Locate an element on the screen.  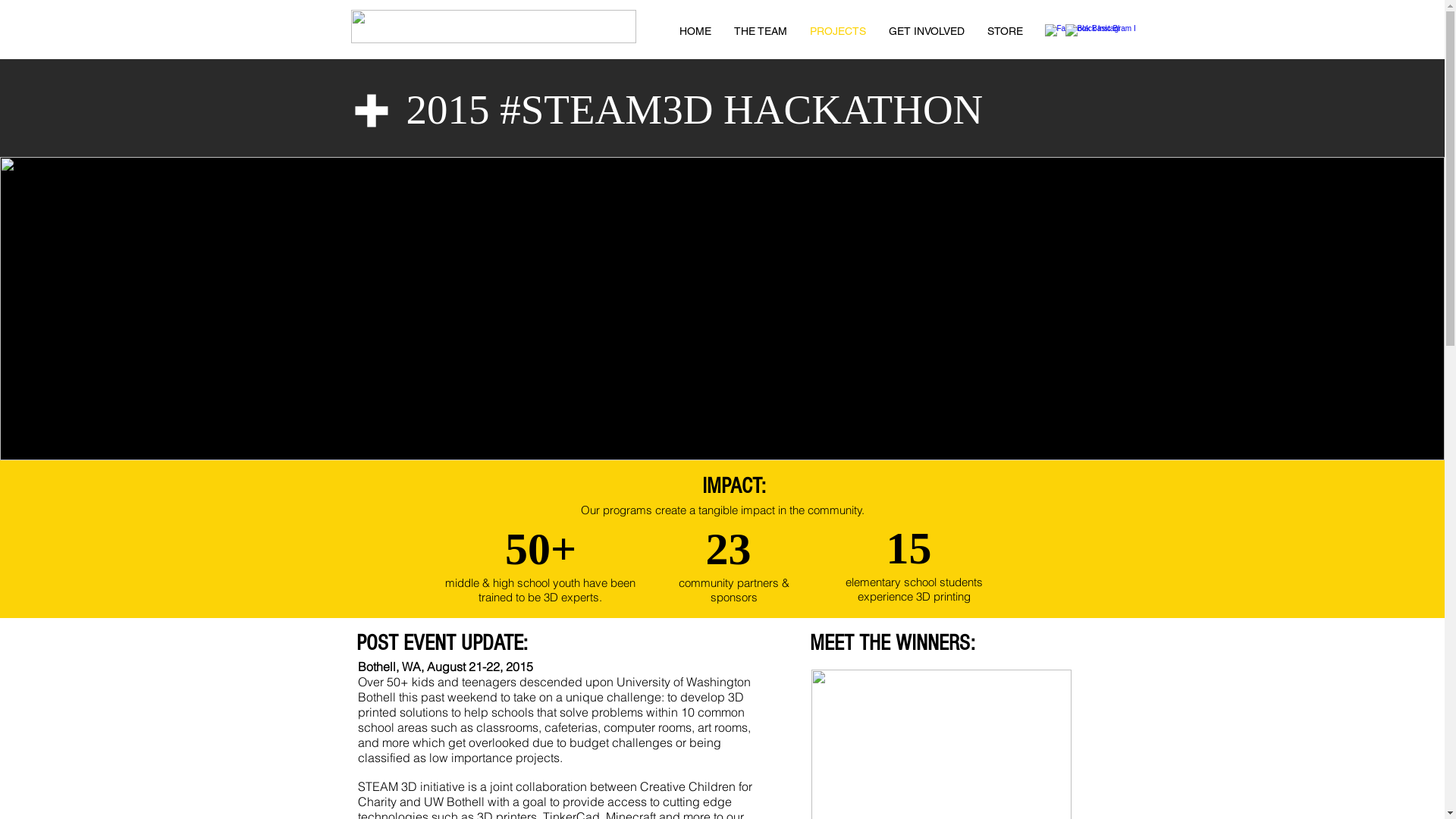
'PROJECTS' is located at coordinates (836, 31).